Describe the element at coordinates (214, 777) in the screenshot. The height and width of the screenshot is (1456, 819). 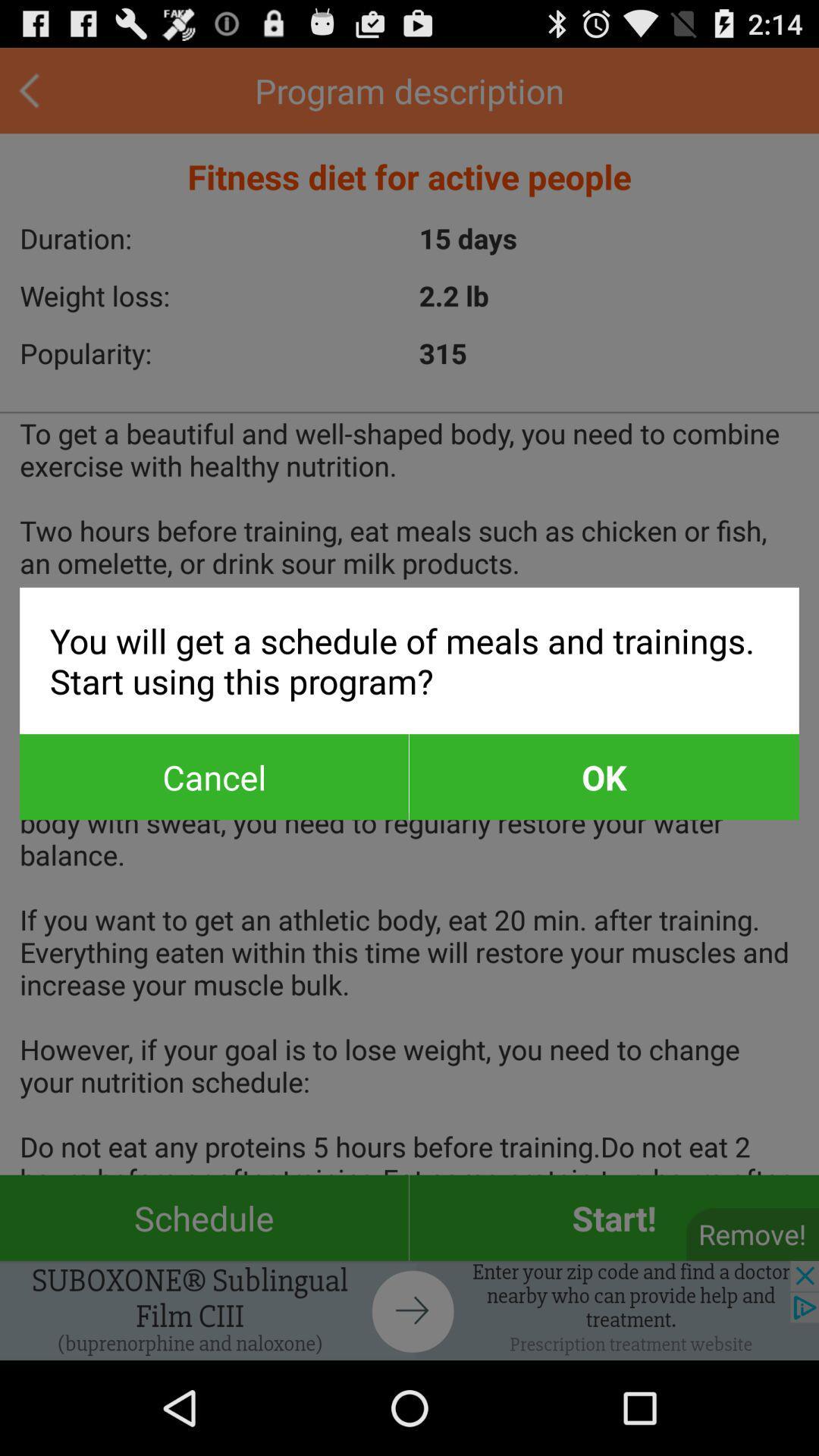
I see `cancel icon` at that location.